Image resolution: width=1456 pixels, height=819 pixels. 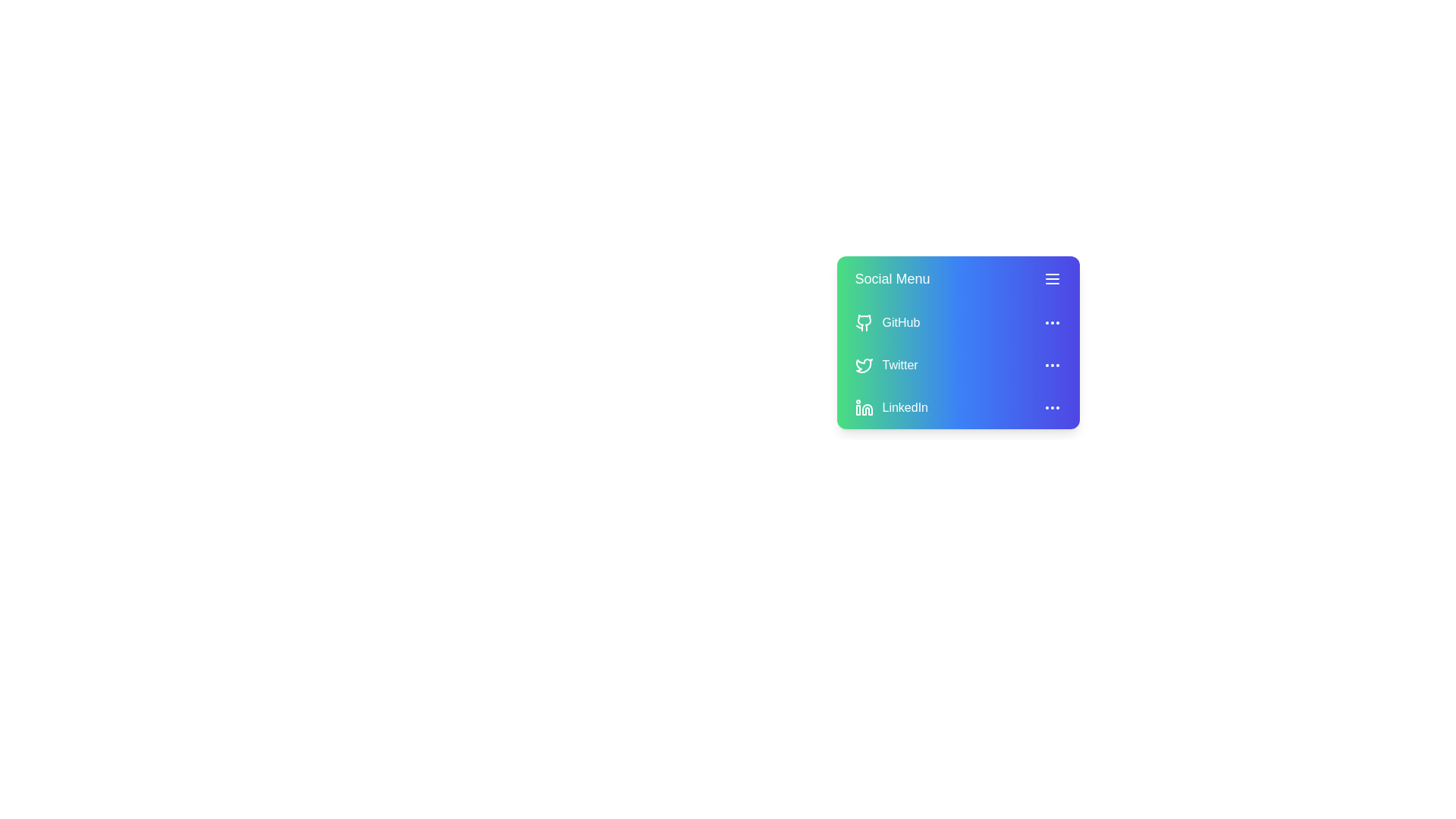 What do you see at coordinates (957, 322) in the screenshot?
I see `the menu item GitHub to see the hover effect` at bounding box center [957, 322].